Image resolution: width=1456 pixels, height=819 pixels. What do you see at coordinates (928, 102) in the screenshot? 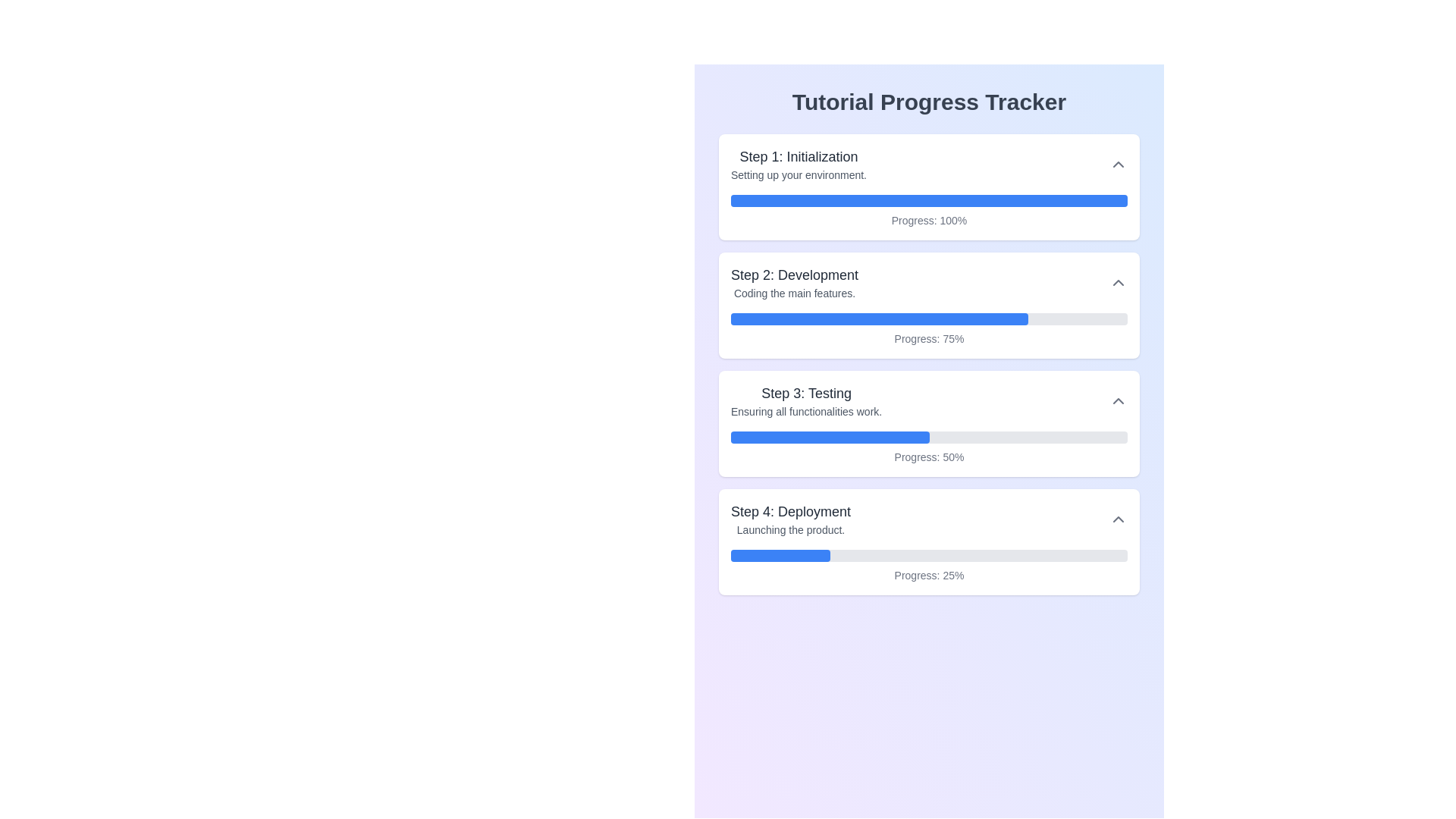
I see `text content of the title header that indicates the purpose of the interface segment for tracking tutorials' progress, positioned at the top section of the layout` at bounding box center [928, 102].